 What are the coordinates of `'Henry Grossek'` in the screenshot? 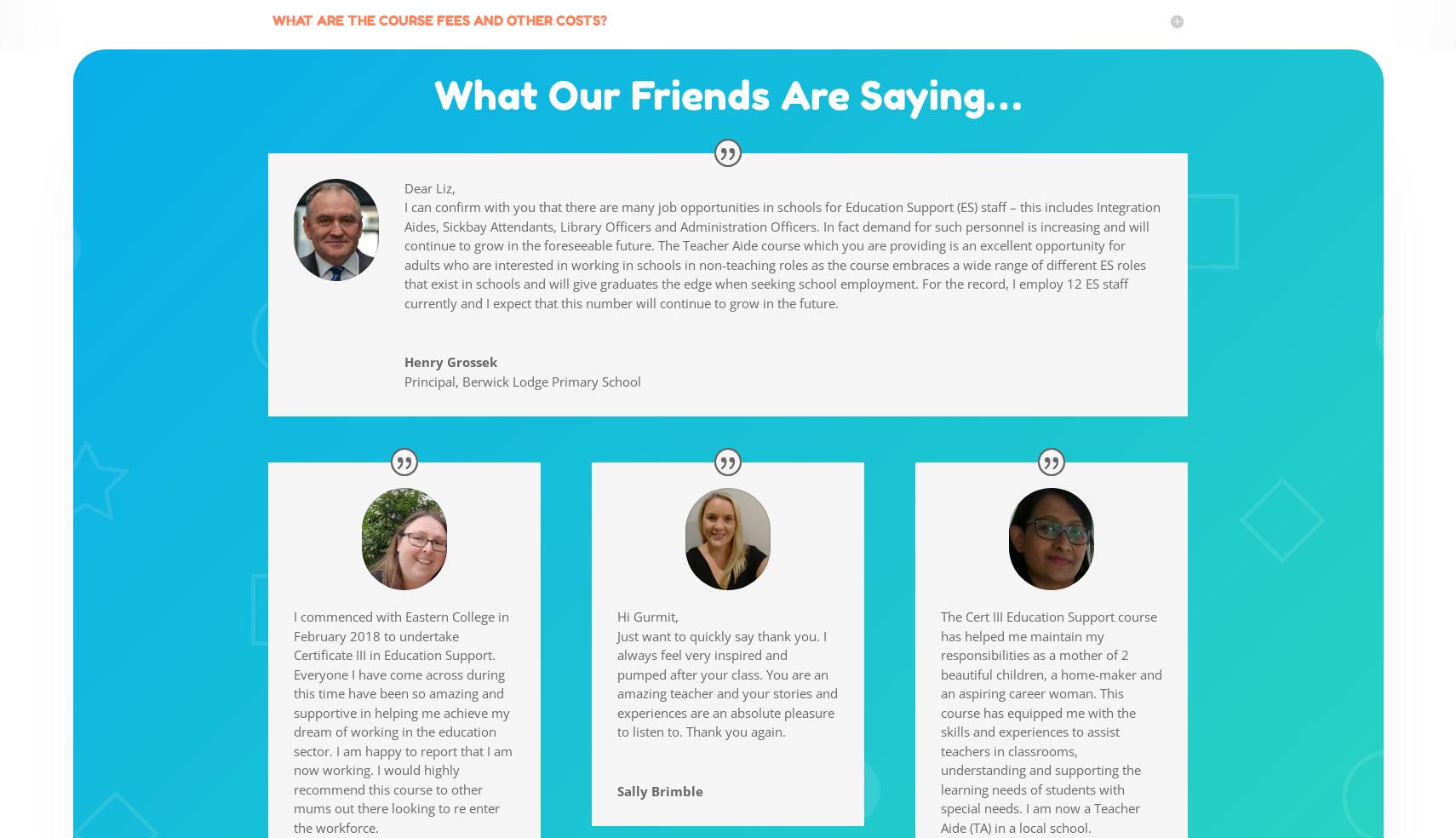 It's located at (450, 361).